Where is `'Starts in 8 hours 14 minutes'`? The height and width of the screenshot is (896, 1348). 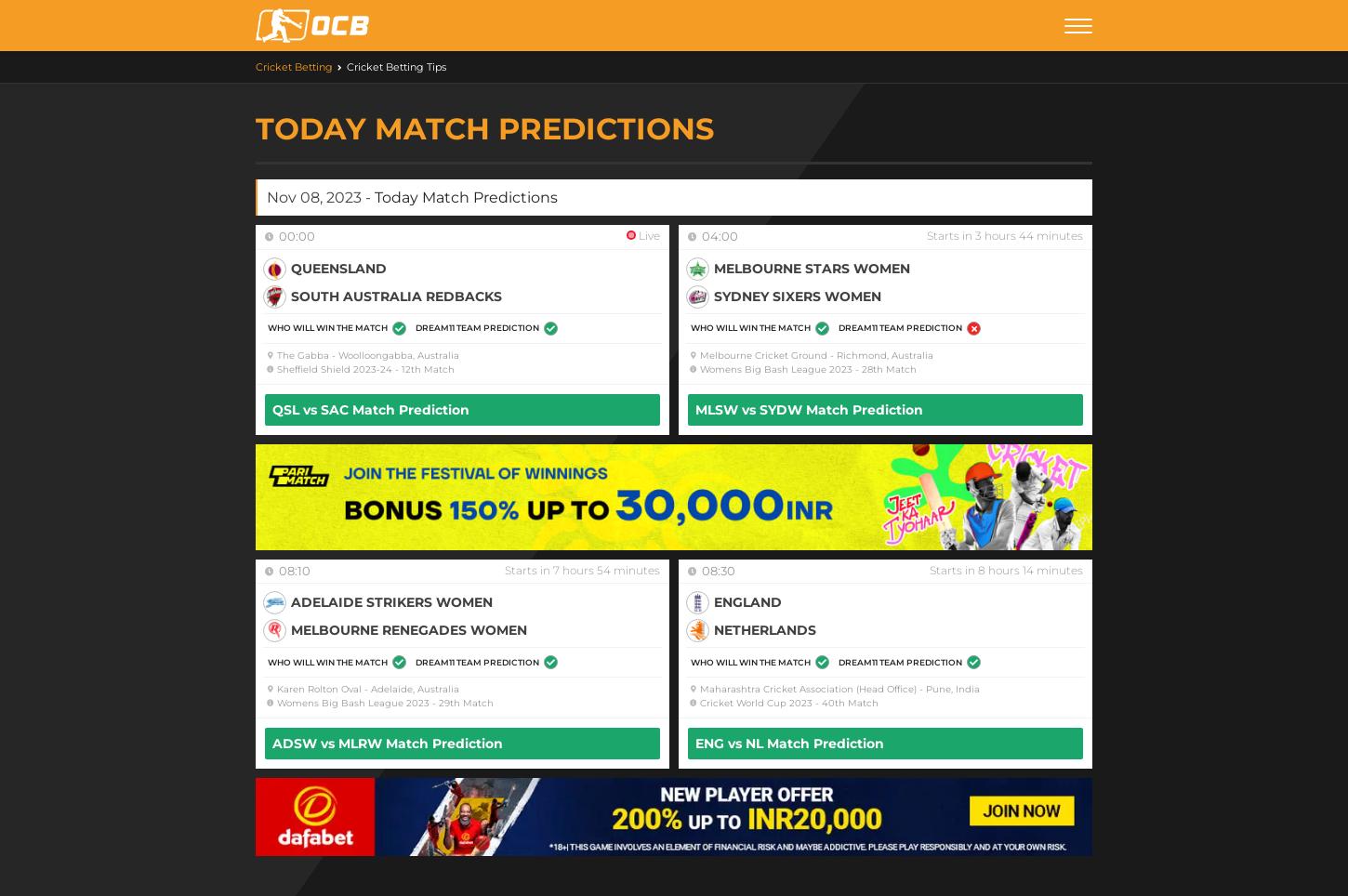 'Starts in 8 hours 14 minutes' is located at coordinates (930, 569).